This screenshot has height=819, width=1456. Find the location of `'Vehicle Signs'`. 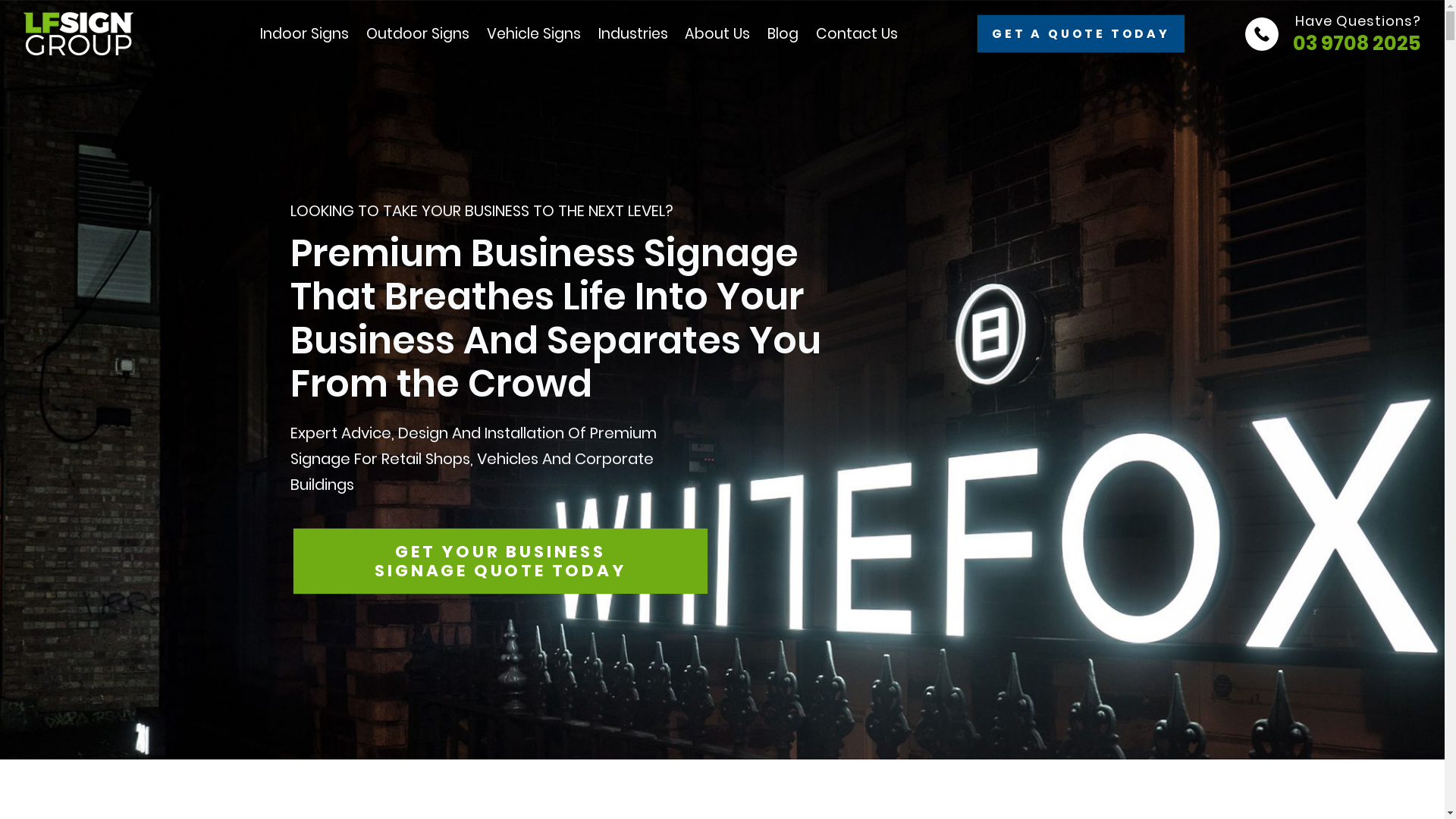

'Vehicle Signs' is located at coordinates (534, 34).